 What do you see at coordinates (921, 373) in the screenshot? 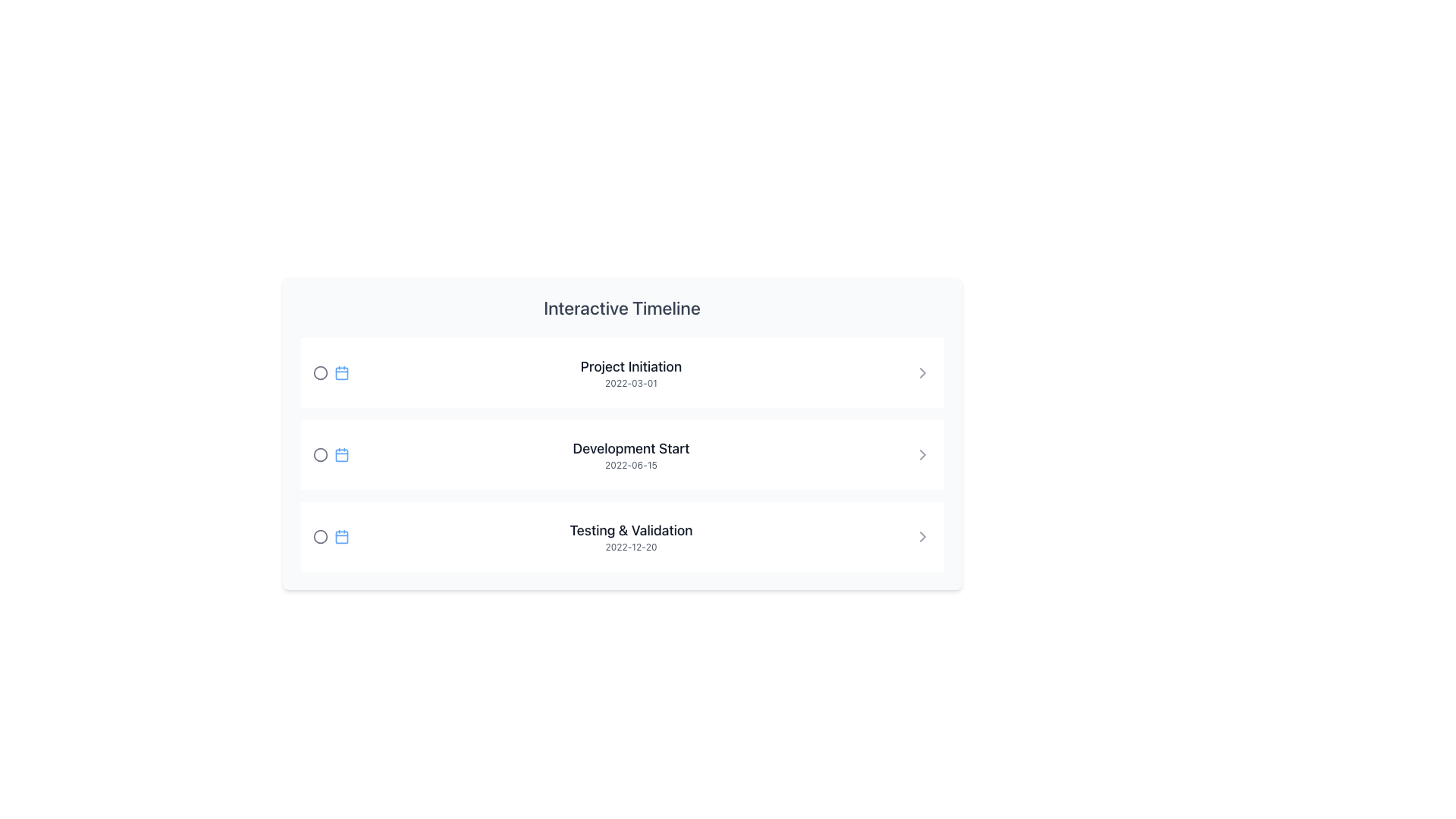
I see `the navigation icon located in the right section of the 'Project Initiation' entry in the interactive timeline` at bounding box center [921, 373].